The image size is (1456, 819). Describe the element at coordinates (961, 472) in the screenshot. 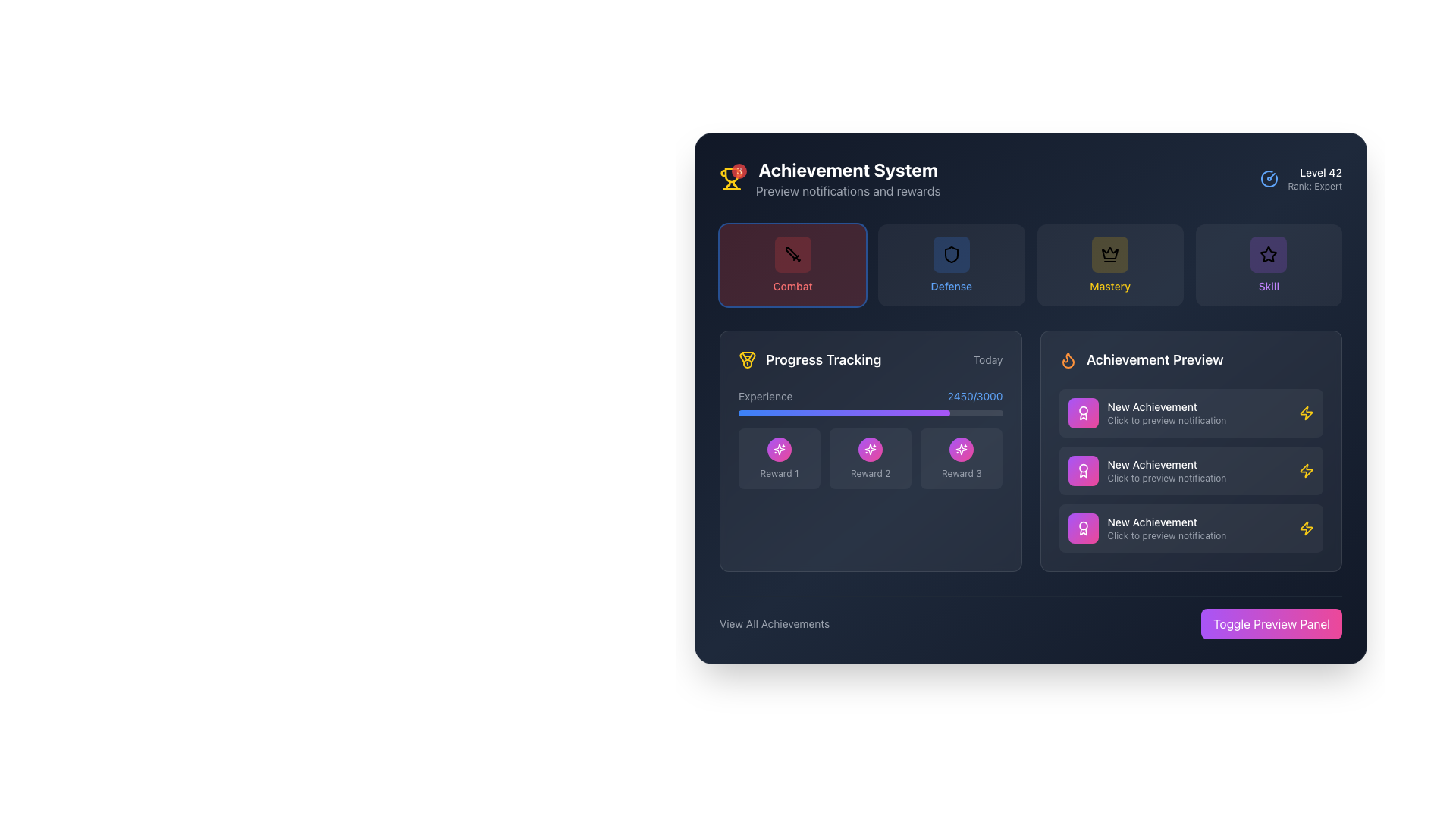

I see `the Text label that names the reward in the Progress Tracking section, positioned as the third item in a row of reward cards` at that location.